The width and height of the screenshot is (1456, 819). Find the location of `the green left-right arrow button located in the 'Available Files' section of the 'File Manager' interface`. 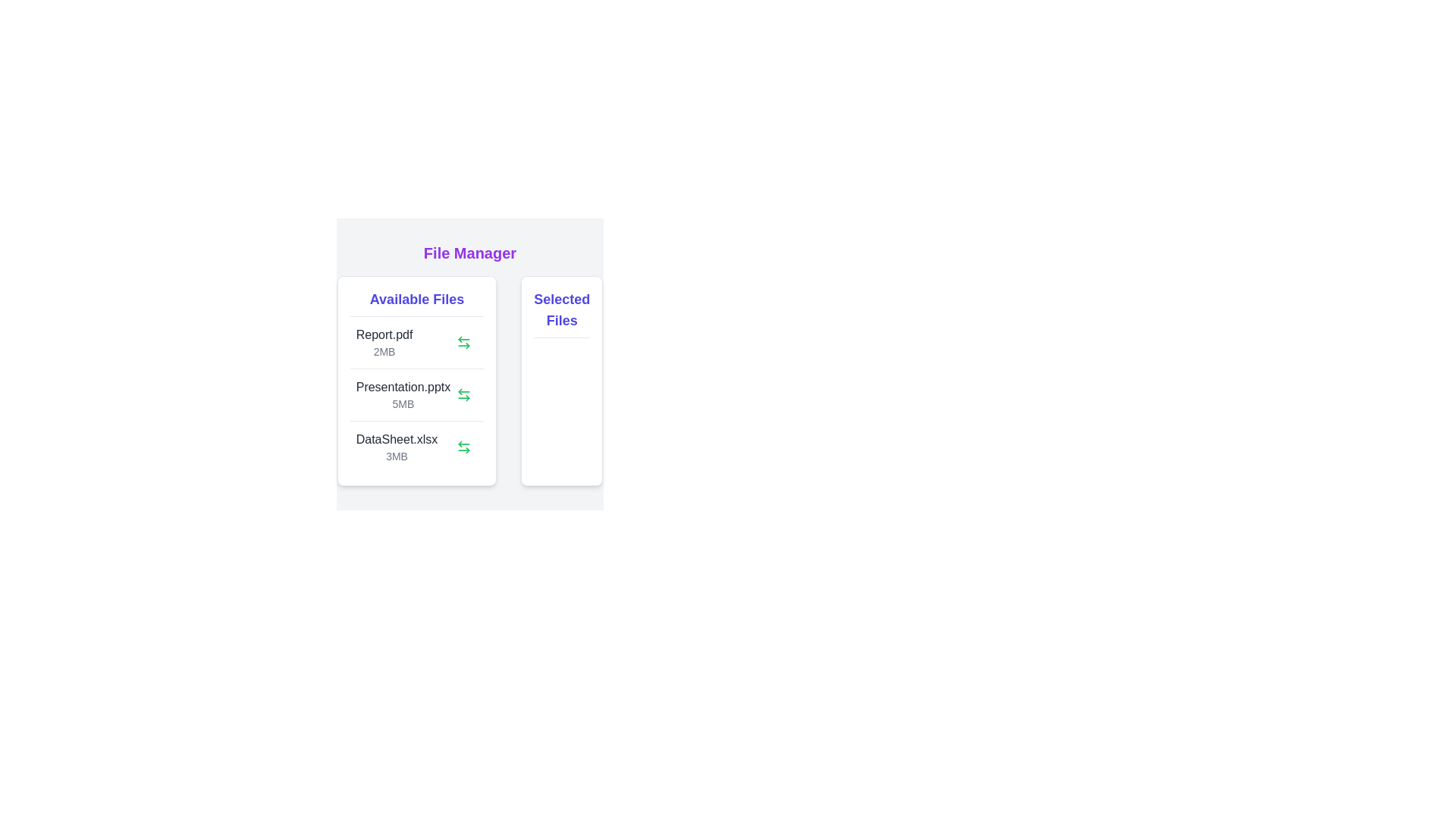

the green left-right arrow button located in the 'Available Files' section of the 'File Manager' interface is located at coordinates (463, 394).